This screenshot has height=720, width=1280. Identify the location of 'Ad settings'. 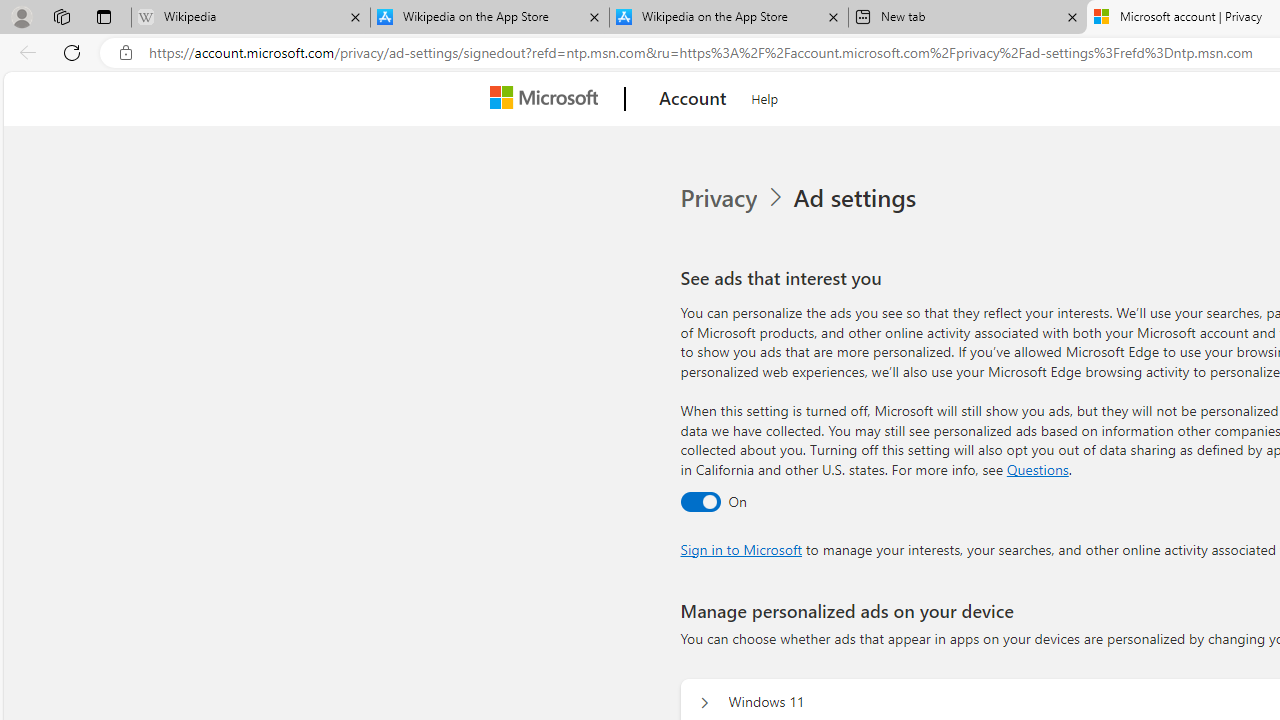
(858, 198).